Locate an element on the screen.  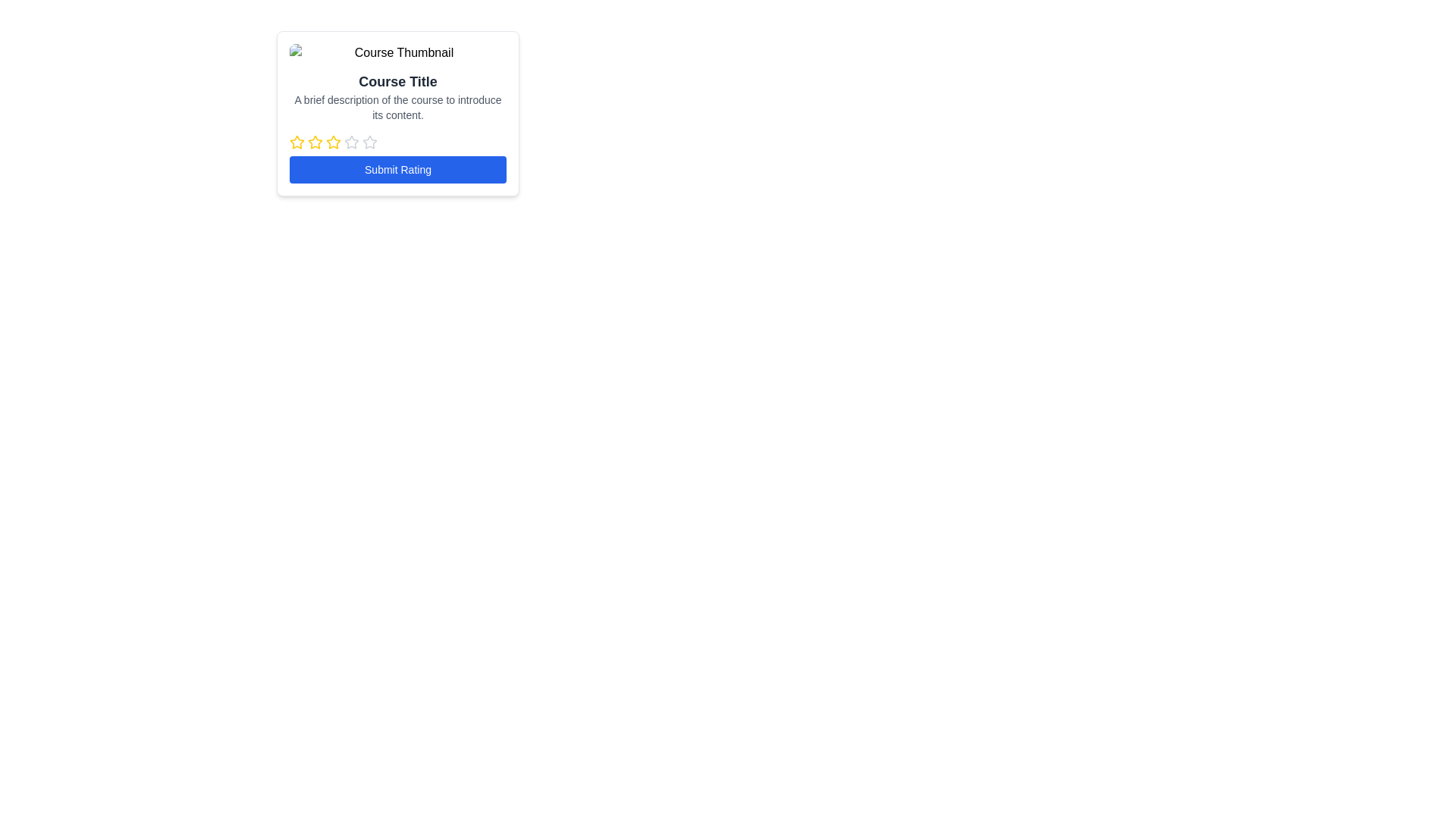
the 'Submit Rating' button, which has a blue background and white text, located at the bottom of the card layout is located at coordinates (397, 169).